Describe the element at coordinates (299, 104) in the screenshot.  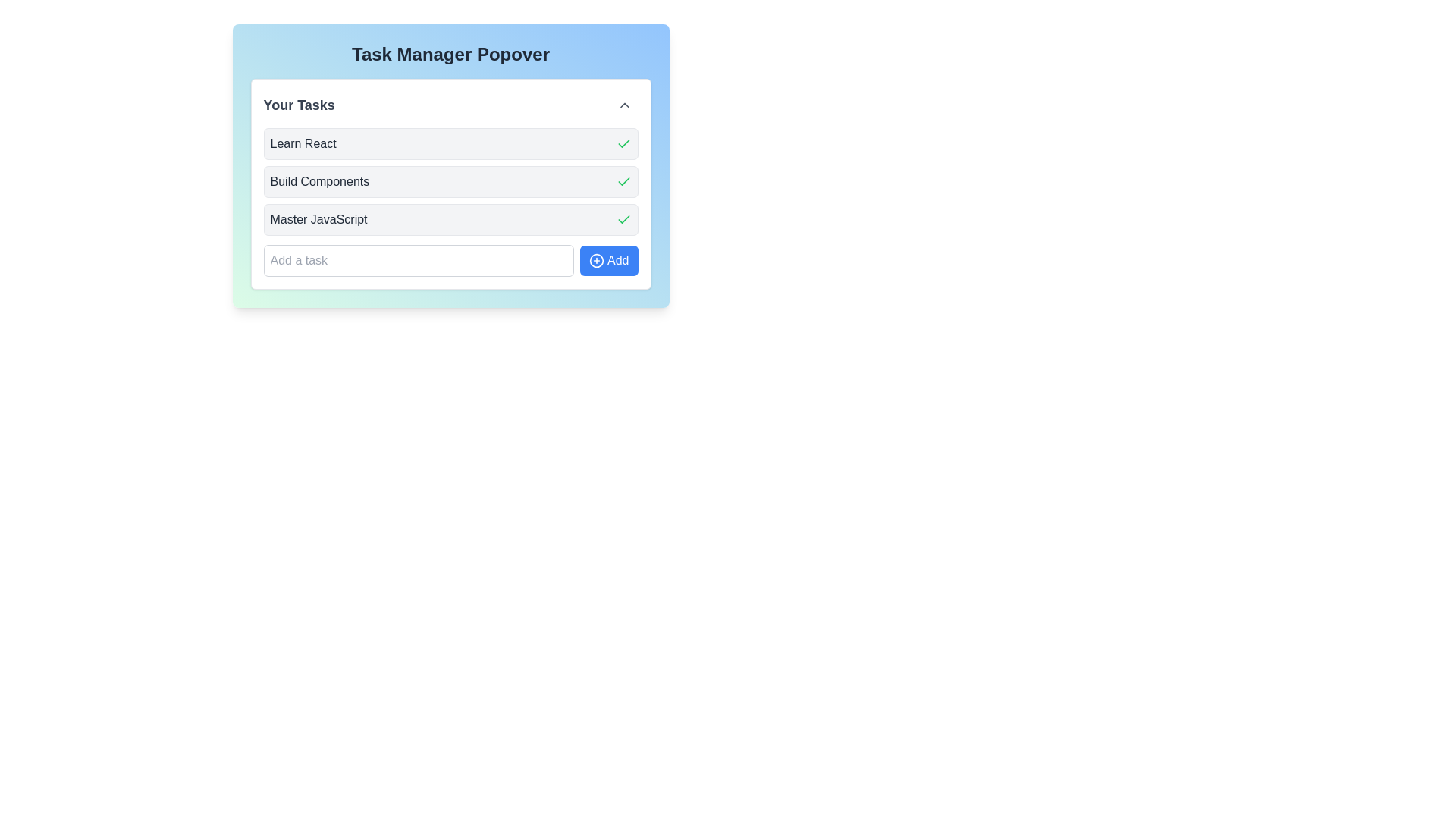
I see `the 'Your Tasks' text label, which is in bold, large dark gray font within the header section of the Task Manager Popover` at that location.